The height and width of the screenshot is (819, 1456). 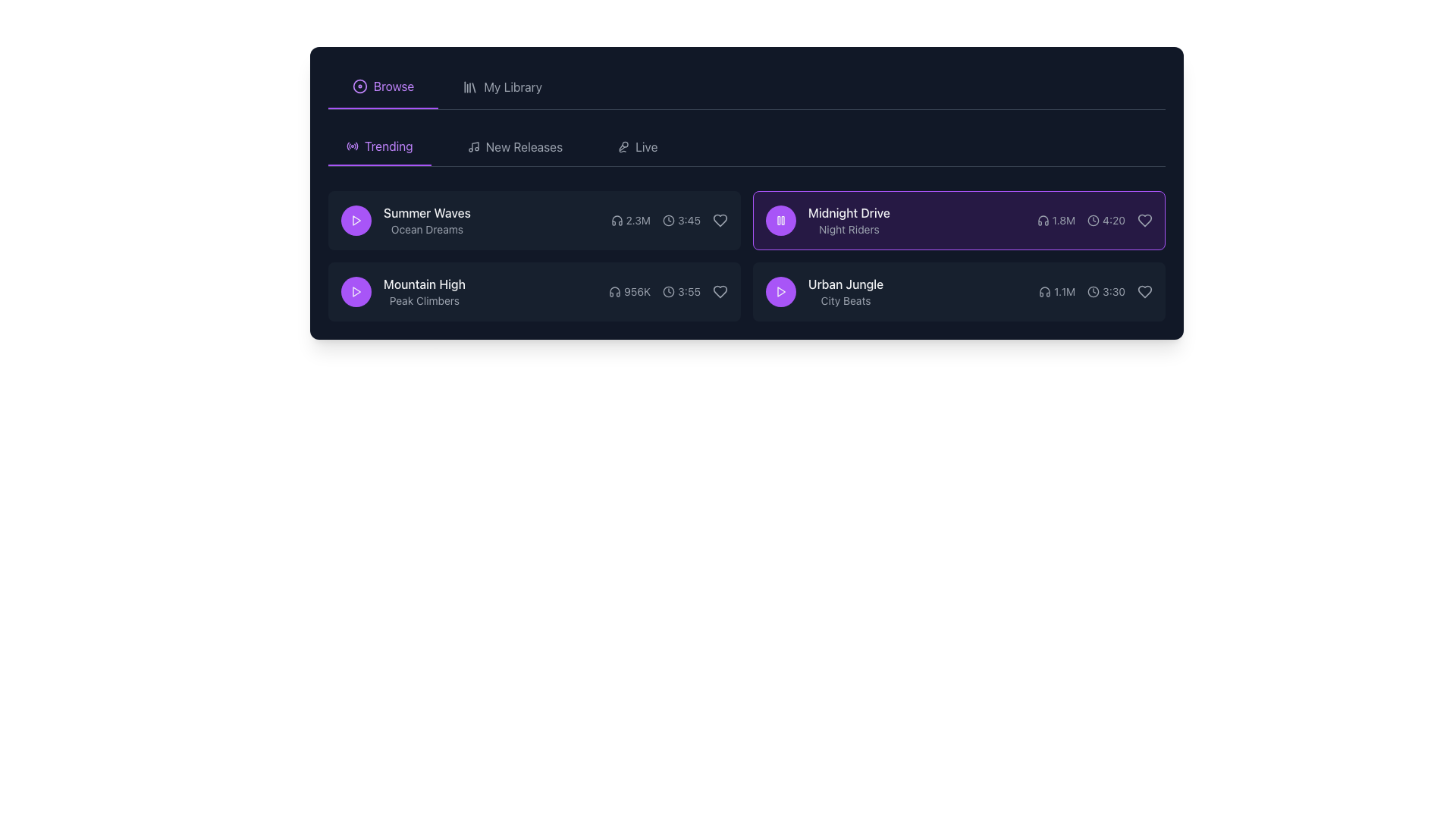 What do you see at coordinates (1094, 220) in the screenshot?
I see `the icon representing the duration of the song 'Midnight Drive', which is located to the left of the text '4:20'` at bounding box center [1094, 220].